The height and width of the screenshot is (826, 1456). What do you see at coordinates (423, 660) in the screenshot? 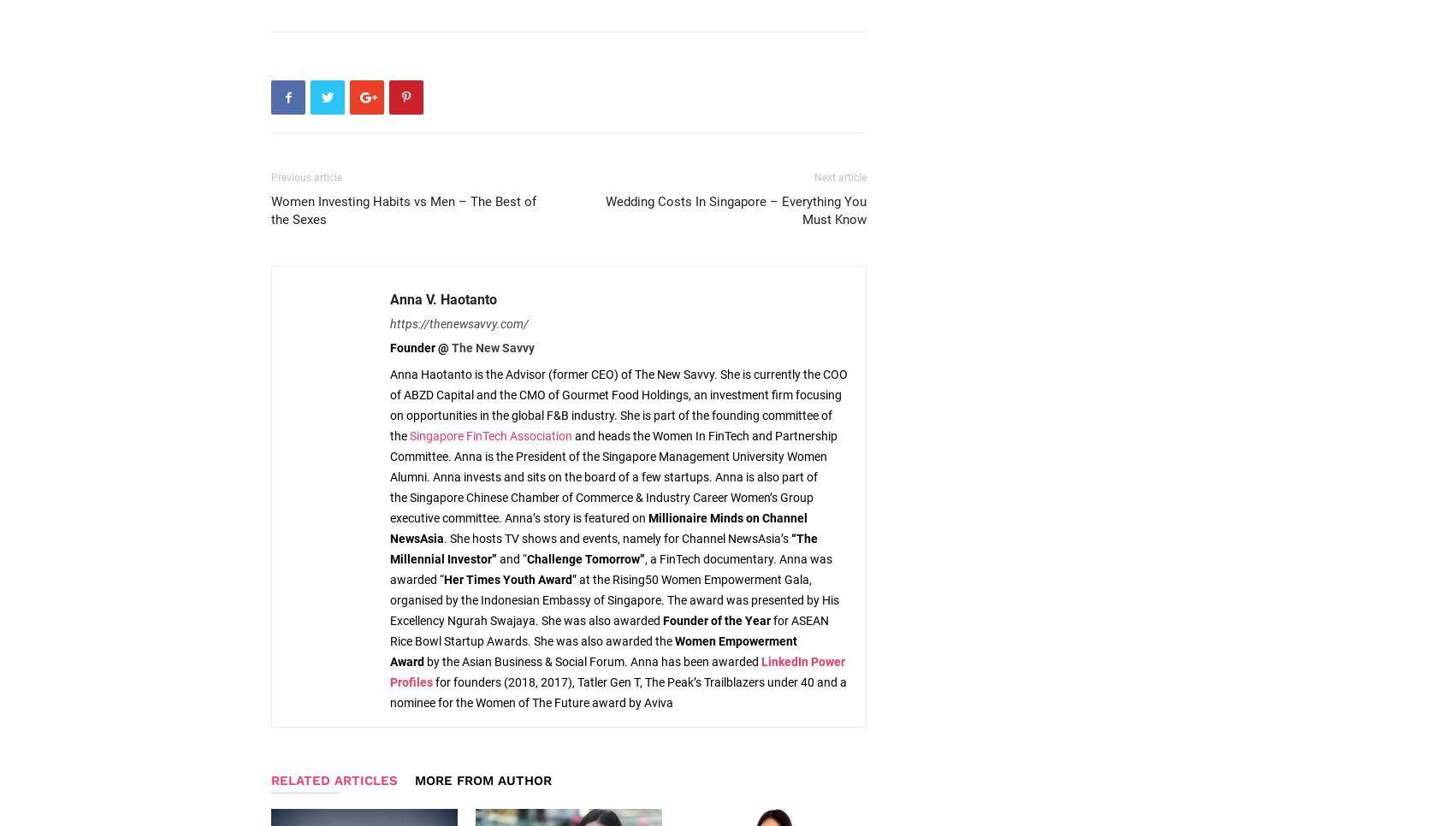
I see `'by the Asian Business & Social Forum.
Anna has been awarded'` at bounding box center [423, 660].